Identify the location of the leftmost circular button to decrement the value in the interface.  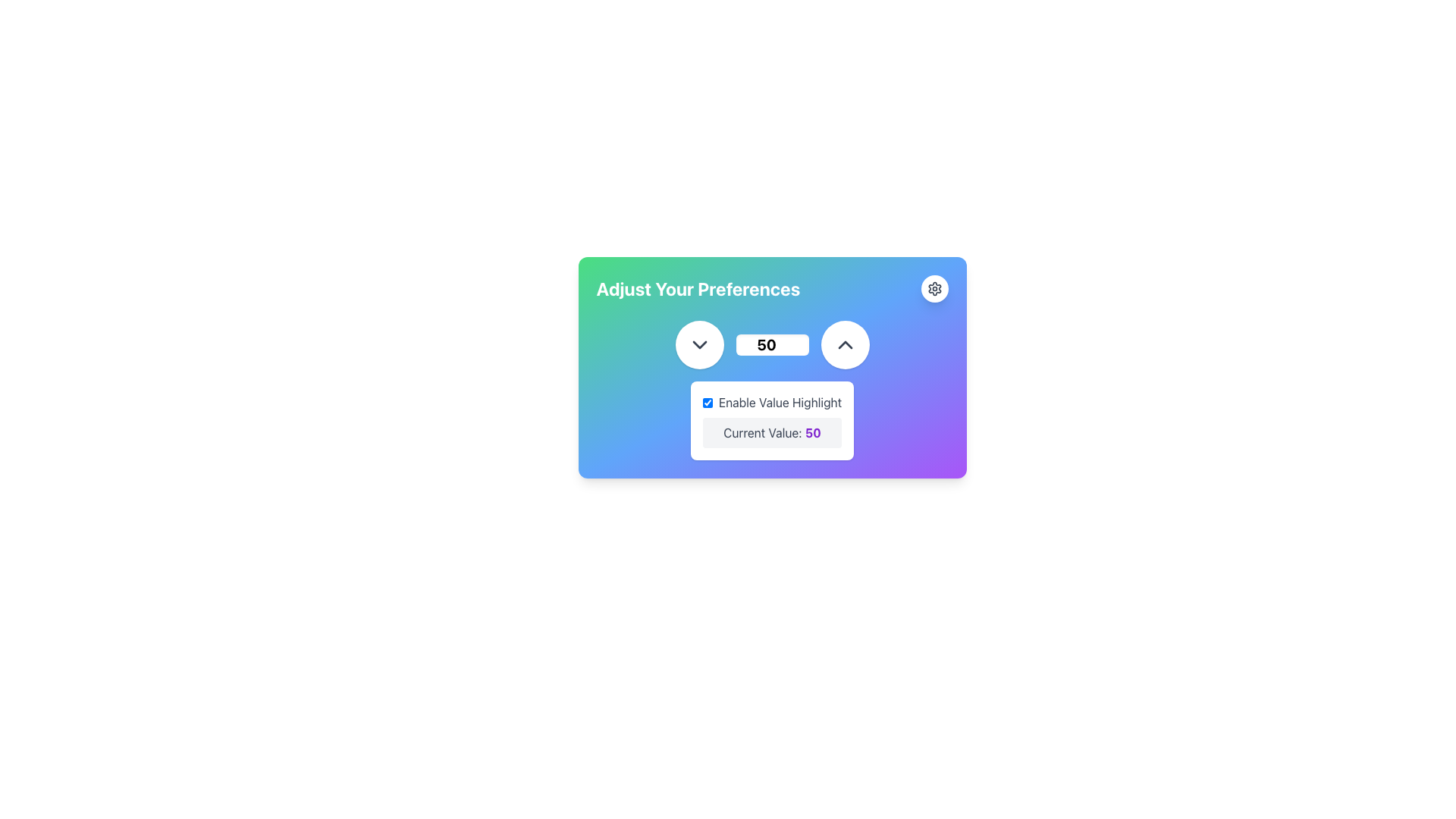
(698, 345).